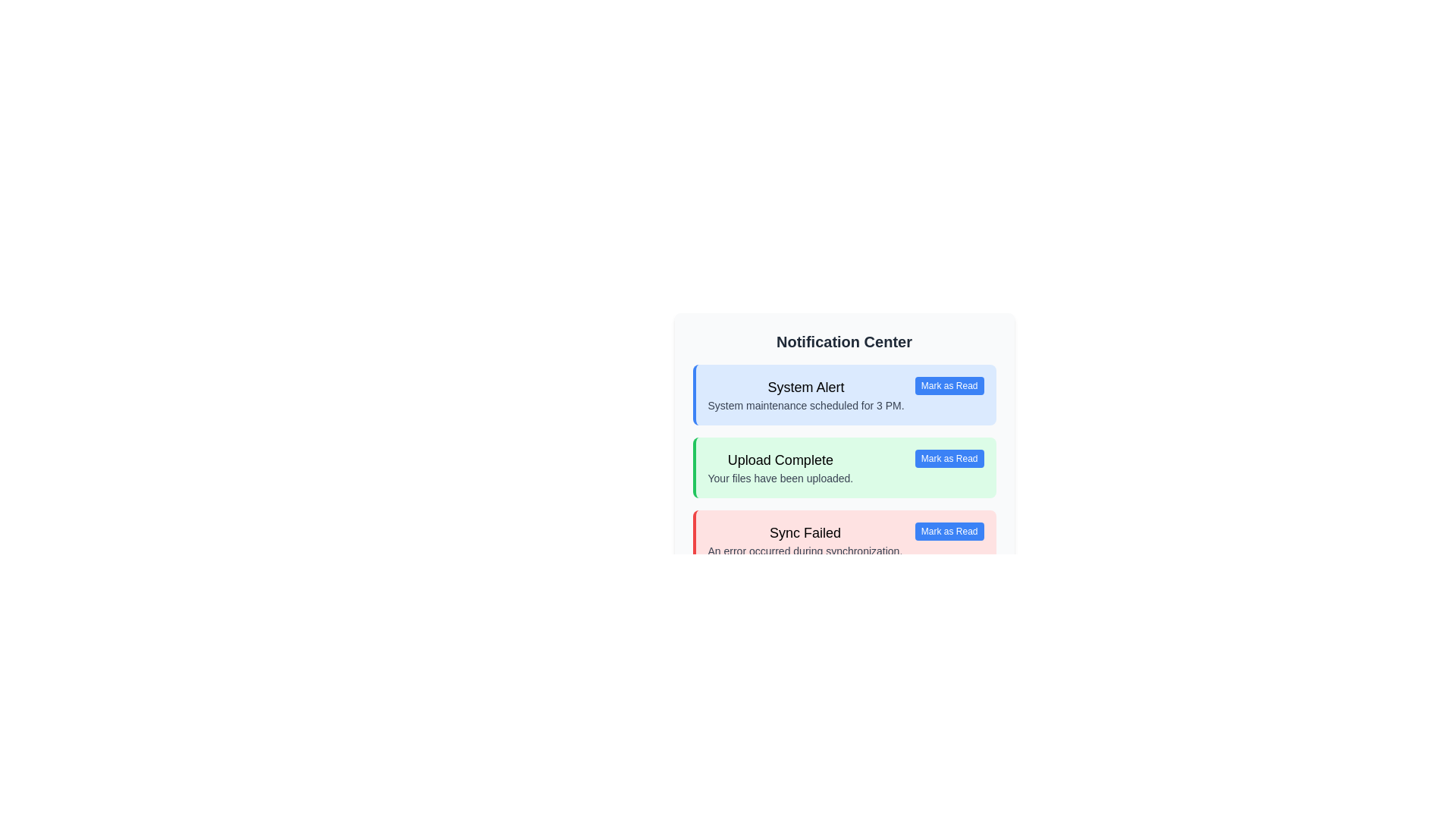  What do you see at coordinates (843, 342) in the screenshot?
I see `the 'Notification Center' title text at the top of the notification center` at bounding box center [843, 342].